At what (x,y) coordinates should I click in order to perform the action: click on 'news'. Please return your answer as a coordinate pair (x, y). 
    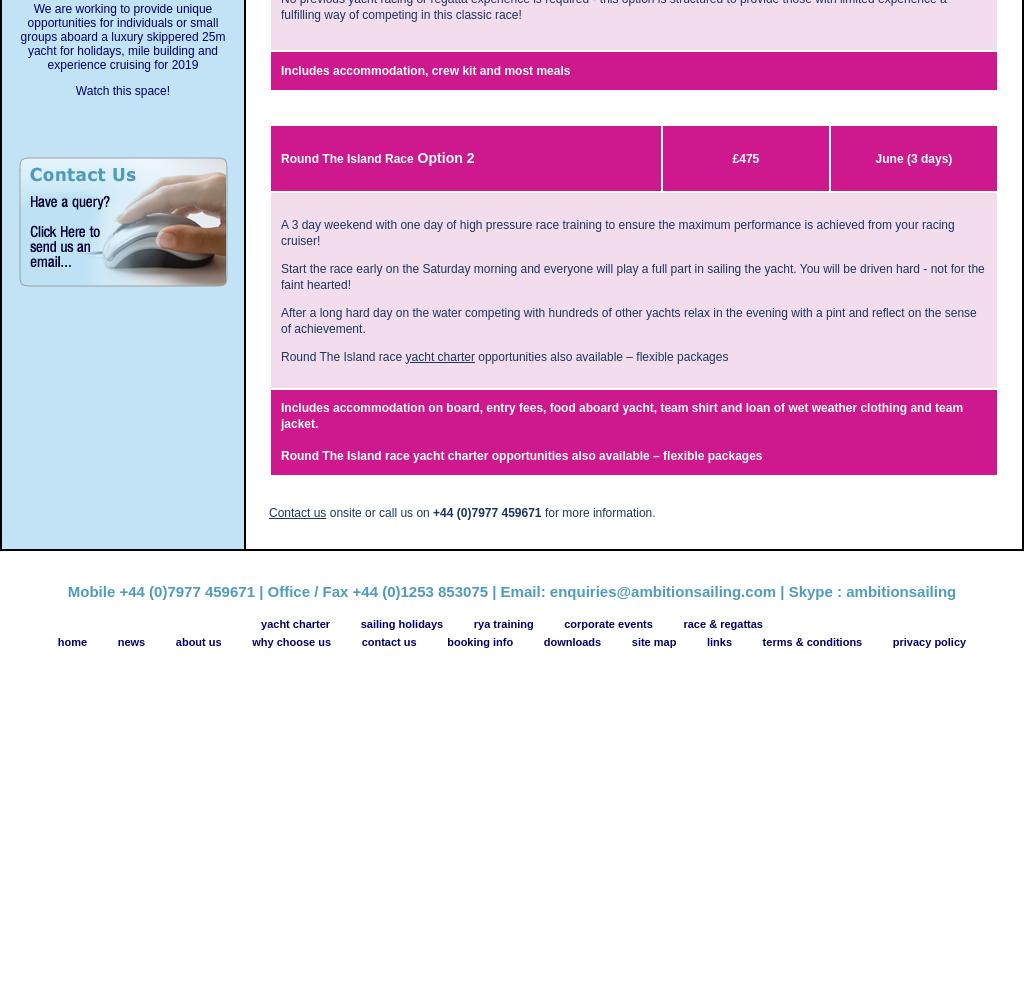
    Looking at the image, I should click on (129, 641).